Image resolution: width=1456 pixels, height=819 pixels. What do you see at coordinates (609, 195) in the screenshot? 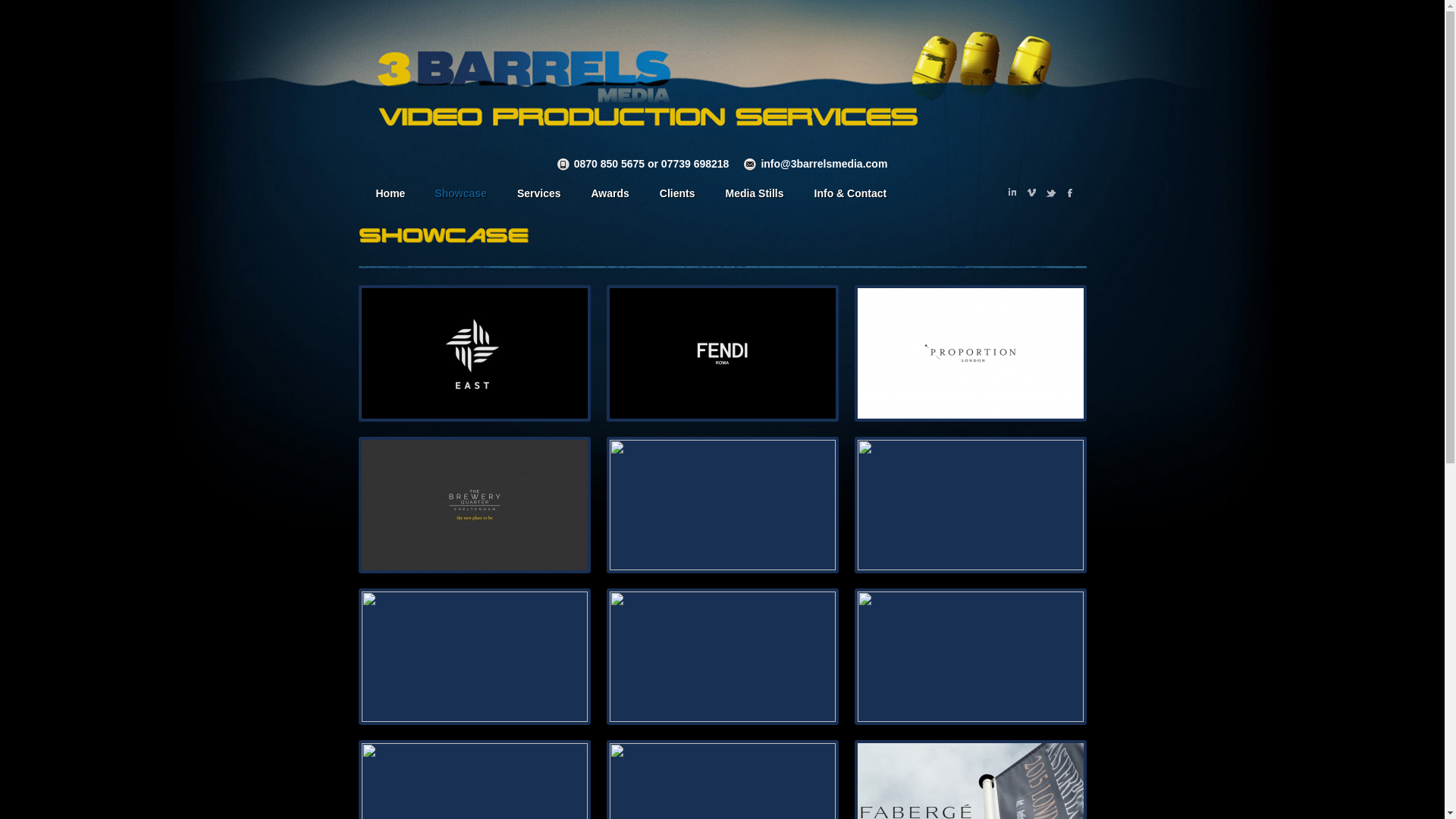
I see `'Awards'` at bounding box center [609, 195].